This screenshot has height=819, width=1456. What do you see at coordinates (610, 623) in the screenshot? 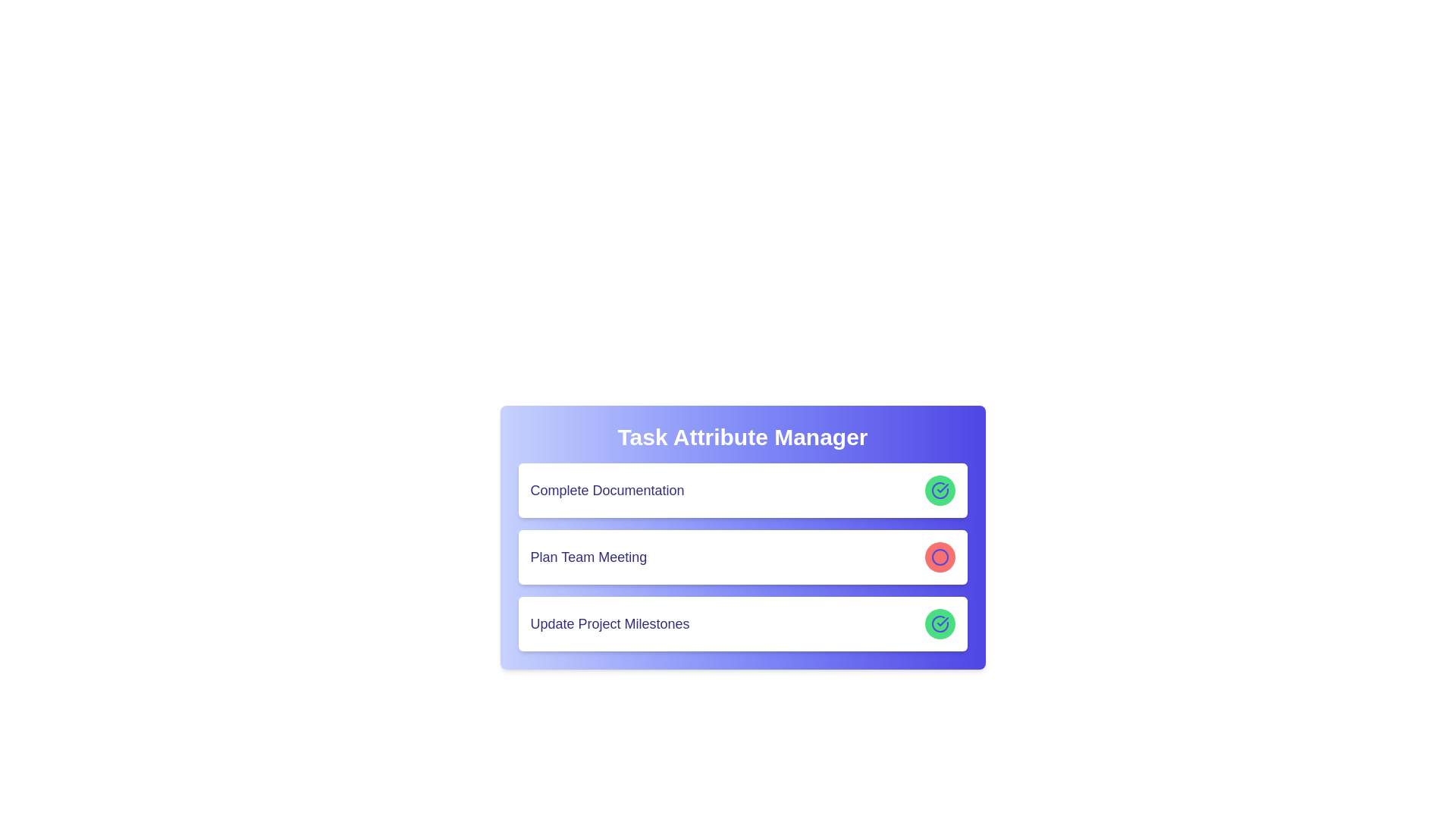
I see `the text label that identifies the task 'Update Project Milestones', which is centrally located within the last card in a vertically stacked list of tasks` at bounding box center [610, 623].